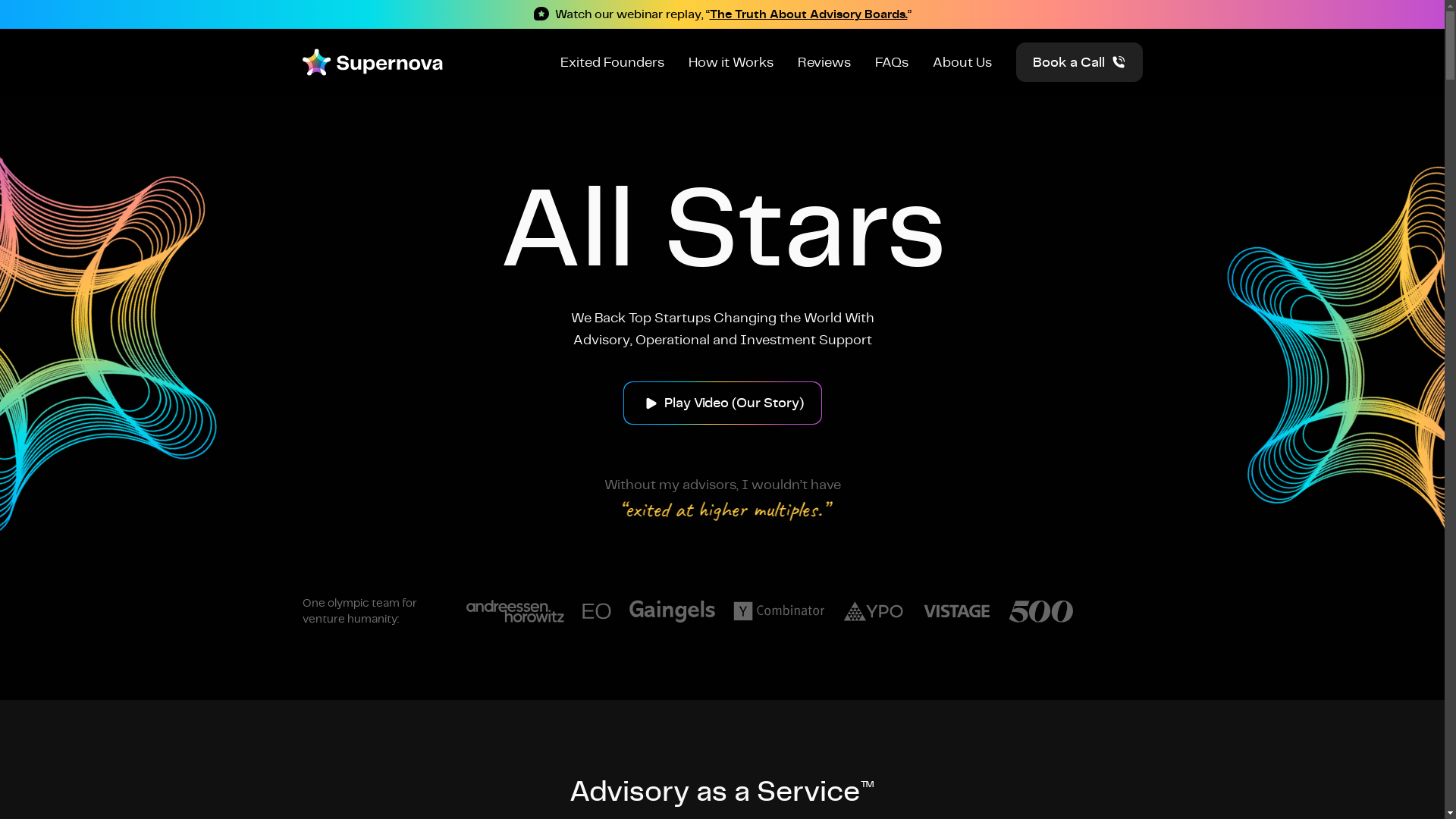 The image size is (1456, 819). What do you see at coordinates (892, 61) in the screenshot?
I see `'FAQs'` at bounding box center [892, 61].